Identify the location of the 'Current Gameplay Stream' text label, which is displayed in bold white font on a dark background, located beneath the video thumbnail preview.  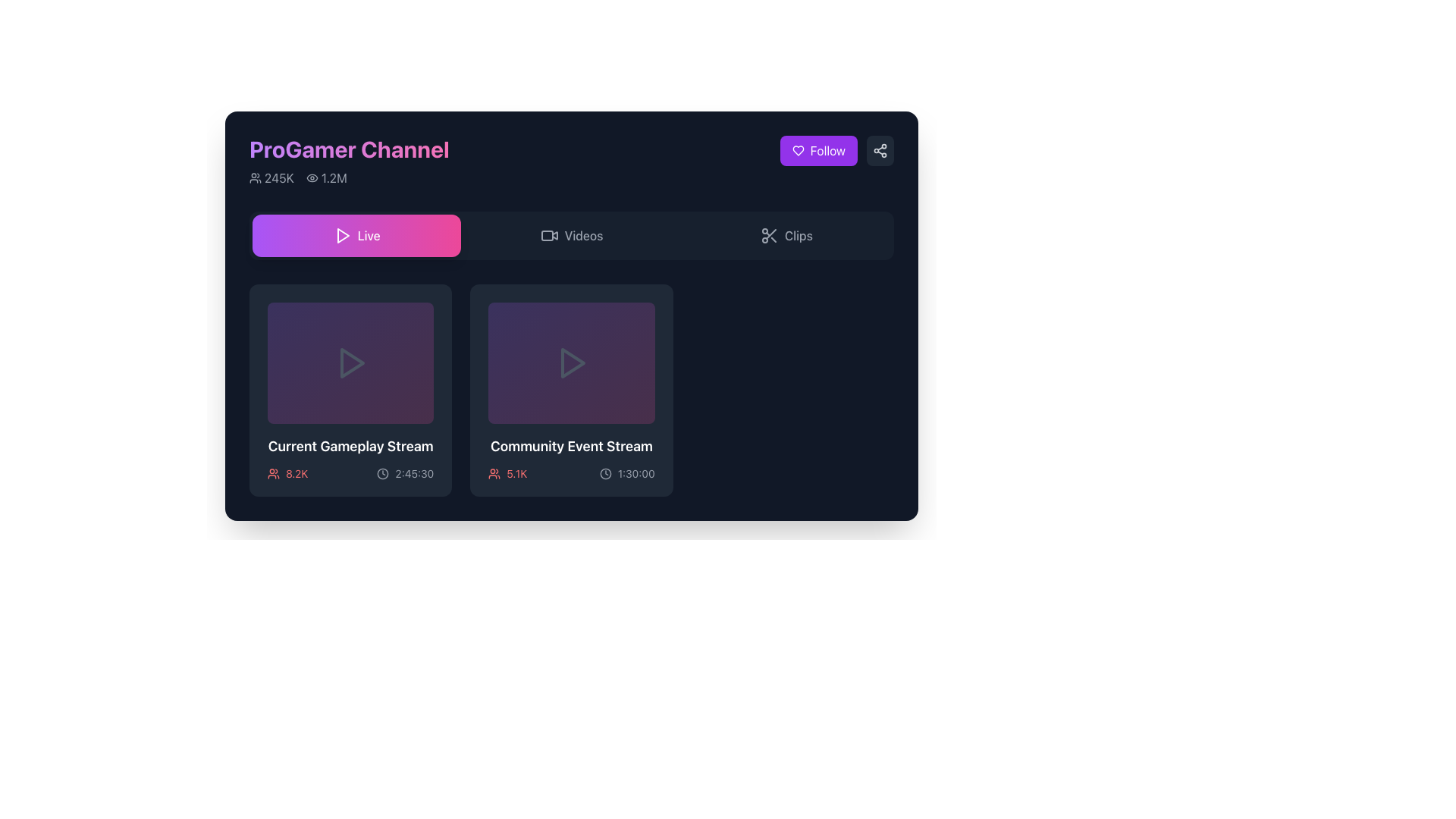
(350, 446).